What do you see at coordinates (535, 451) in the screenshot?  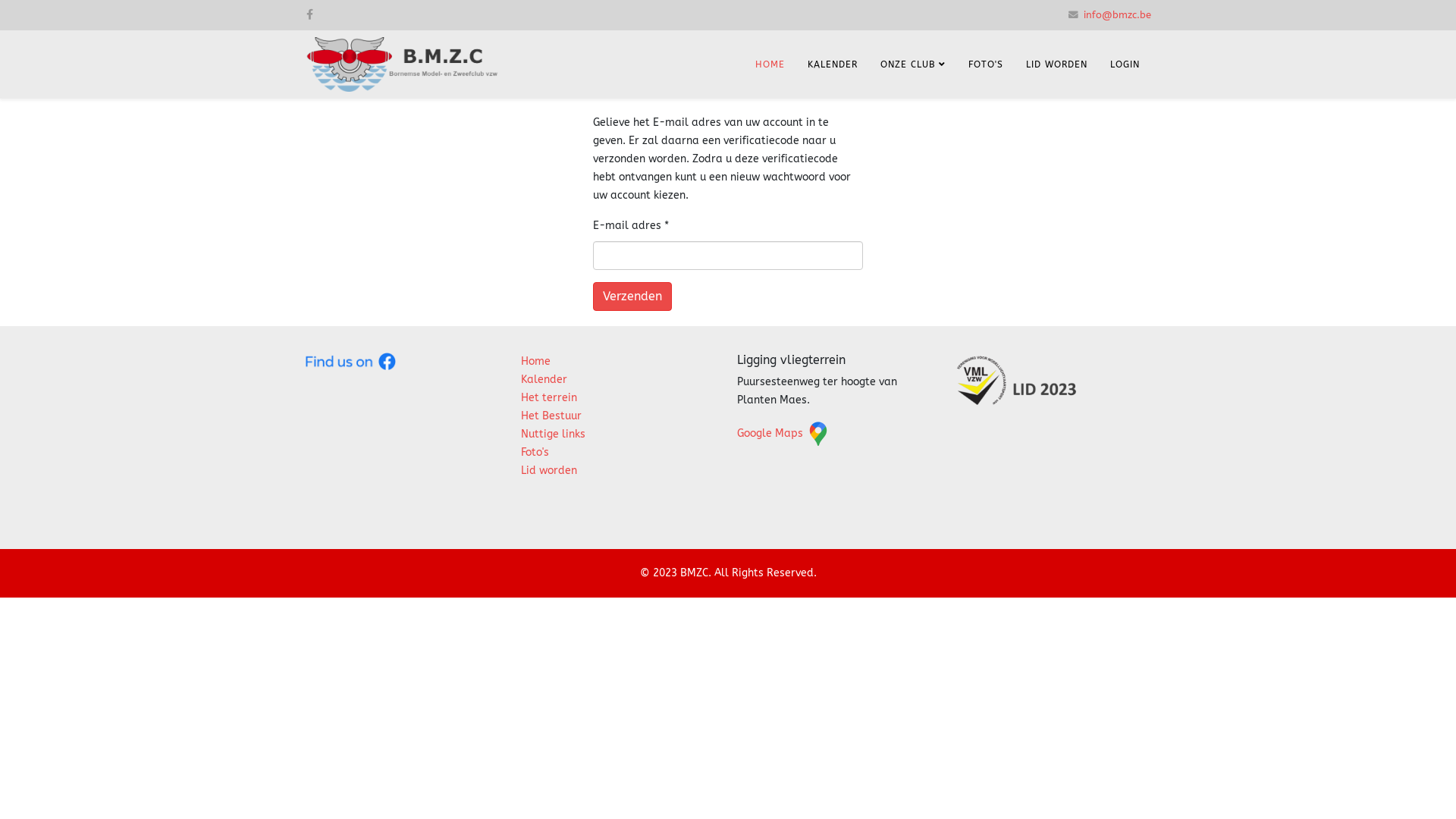 I see `'Foto's'` at bounding box center [535, 451].